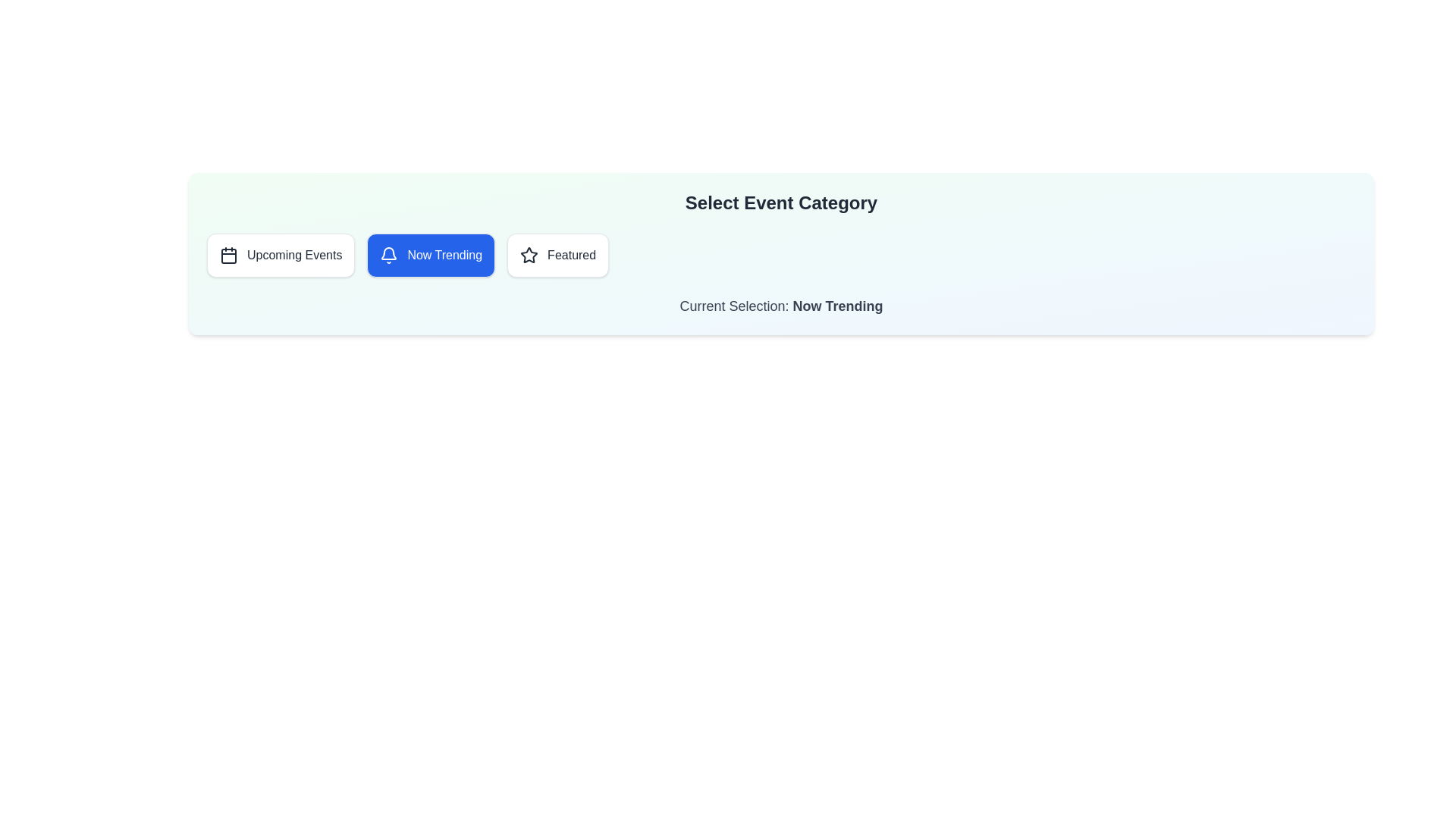 The image size is (1456, 819). I want to click on the bell-shaped icon embedded within the 'Now Trending' button, so click(389, 253).